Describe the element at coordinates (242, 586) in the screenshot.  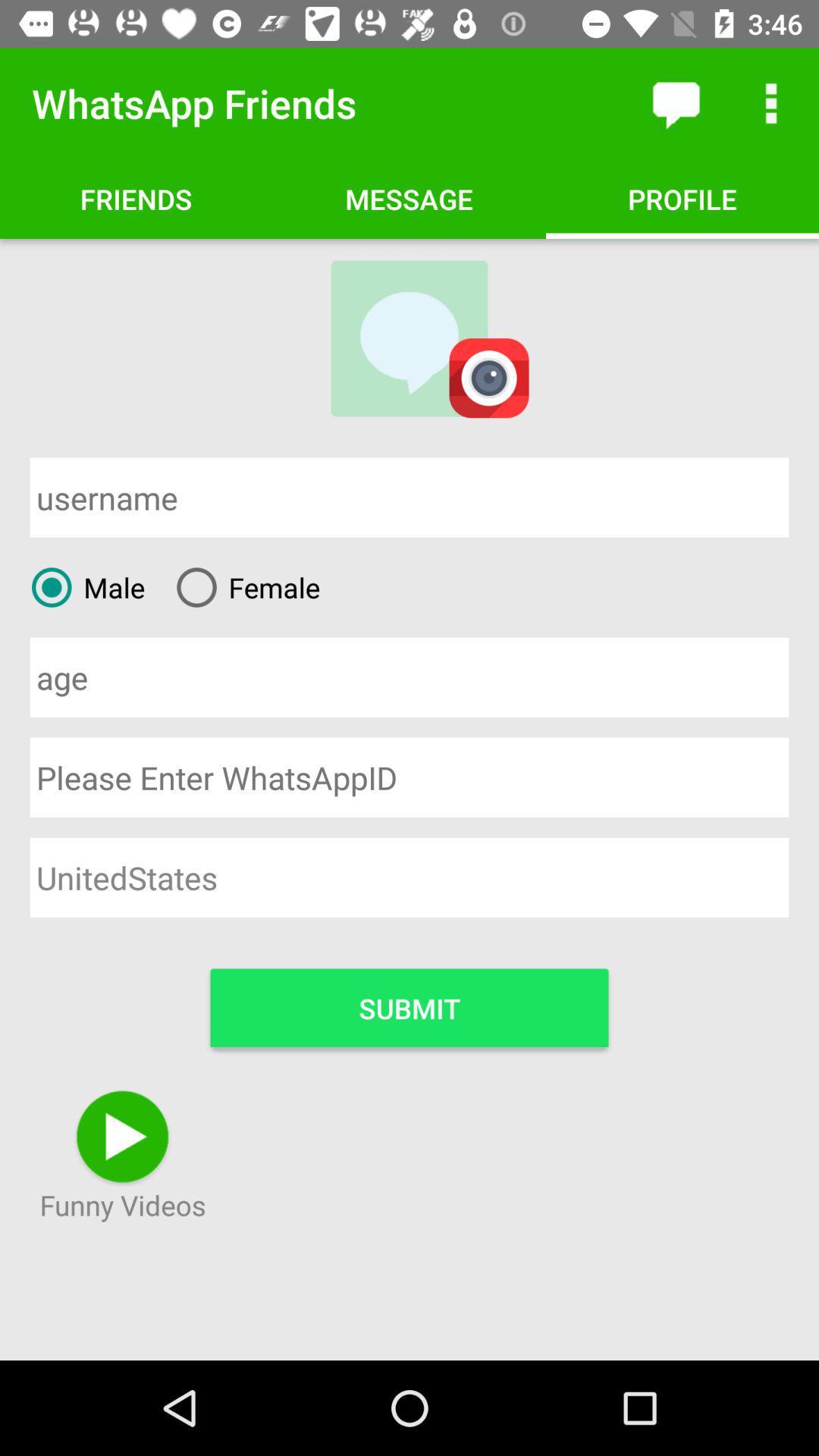
I see `the gender female` at that location.